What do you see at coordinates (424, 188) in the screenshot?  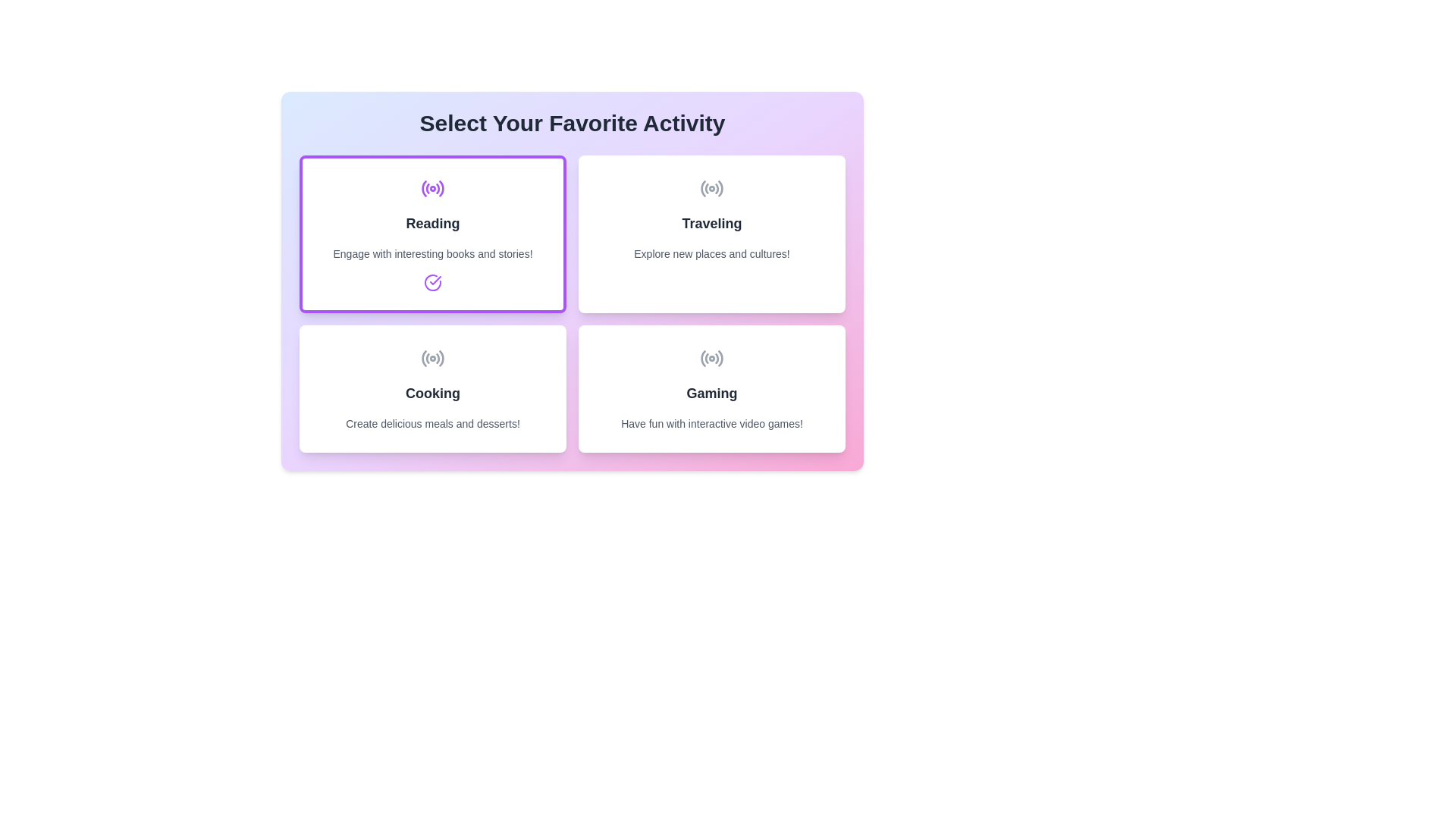 I see `the spiraling line representing radio waves in the top-left part of the radio icon` at bounding box center [424, 188].